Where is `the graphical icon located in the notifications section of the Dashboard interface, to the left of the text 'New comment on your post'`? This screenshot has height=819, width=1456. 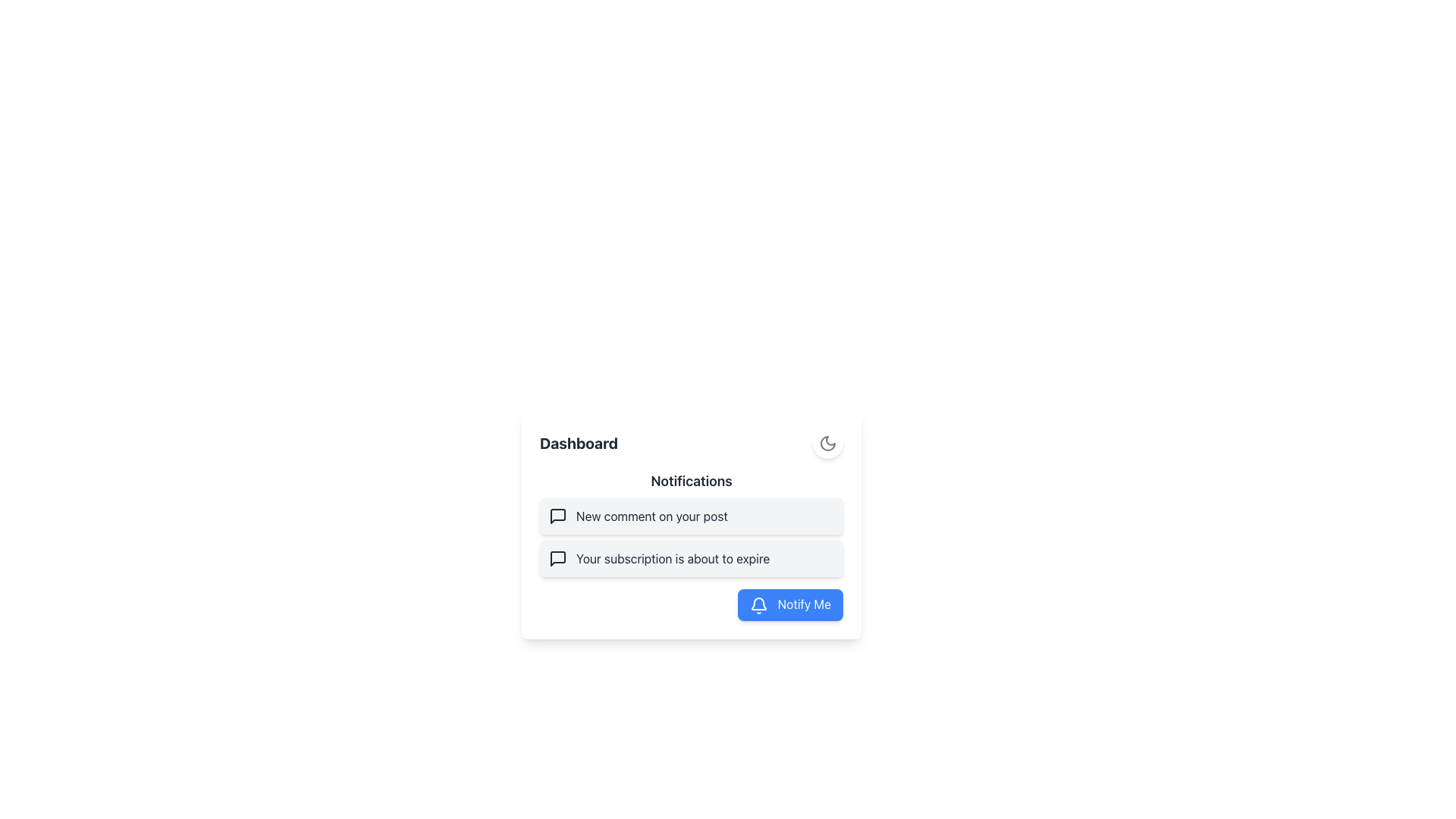 the graphical icon located in the notifications section of the Dashboard interface, to the left of the text 'New comment on your post' is located at coordinates (557, 516).